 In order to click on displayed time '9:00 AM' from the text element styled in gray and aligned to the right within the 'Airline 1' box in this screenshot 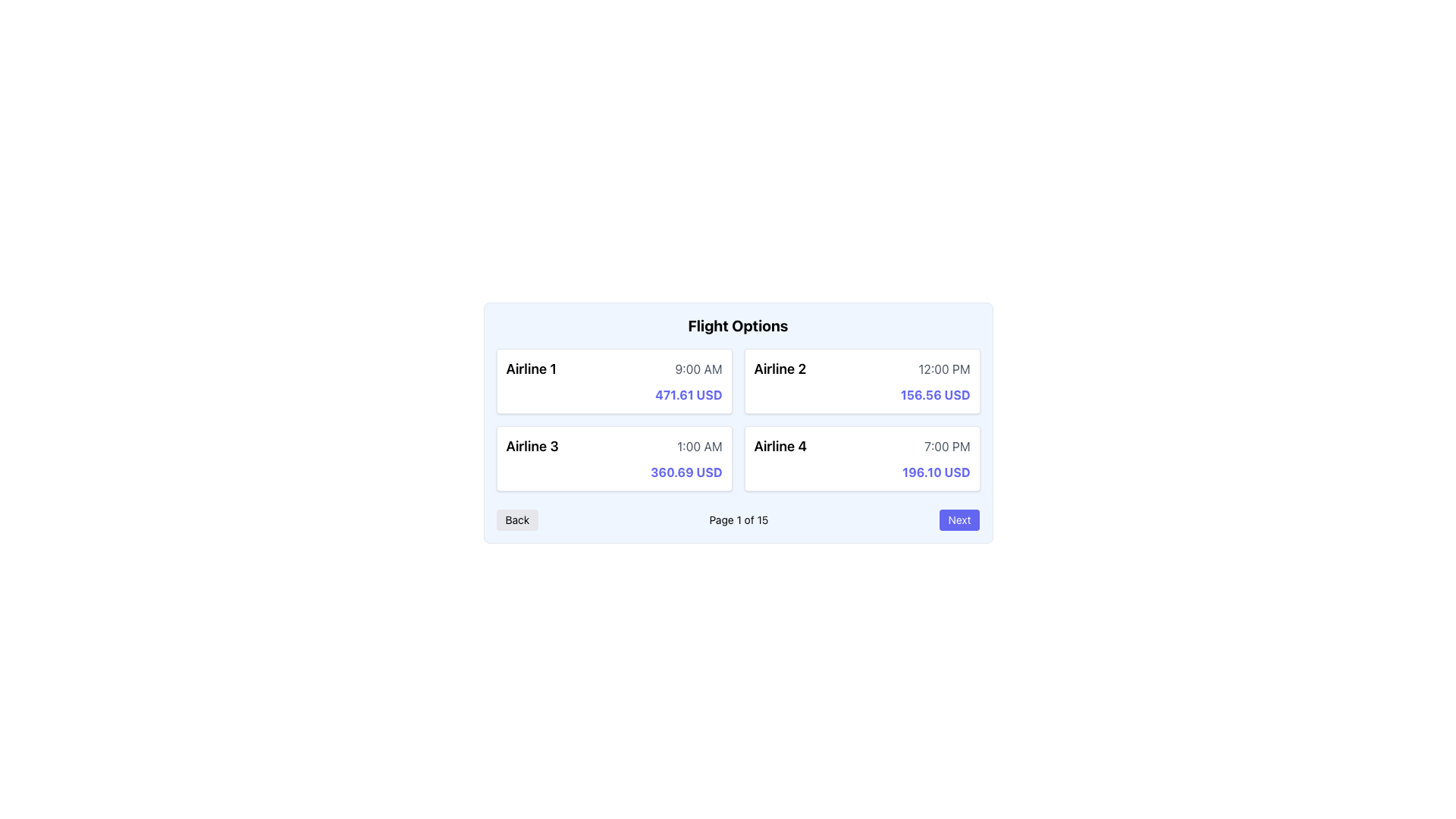, I will do `click(698, 369)`.